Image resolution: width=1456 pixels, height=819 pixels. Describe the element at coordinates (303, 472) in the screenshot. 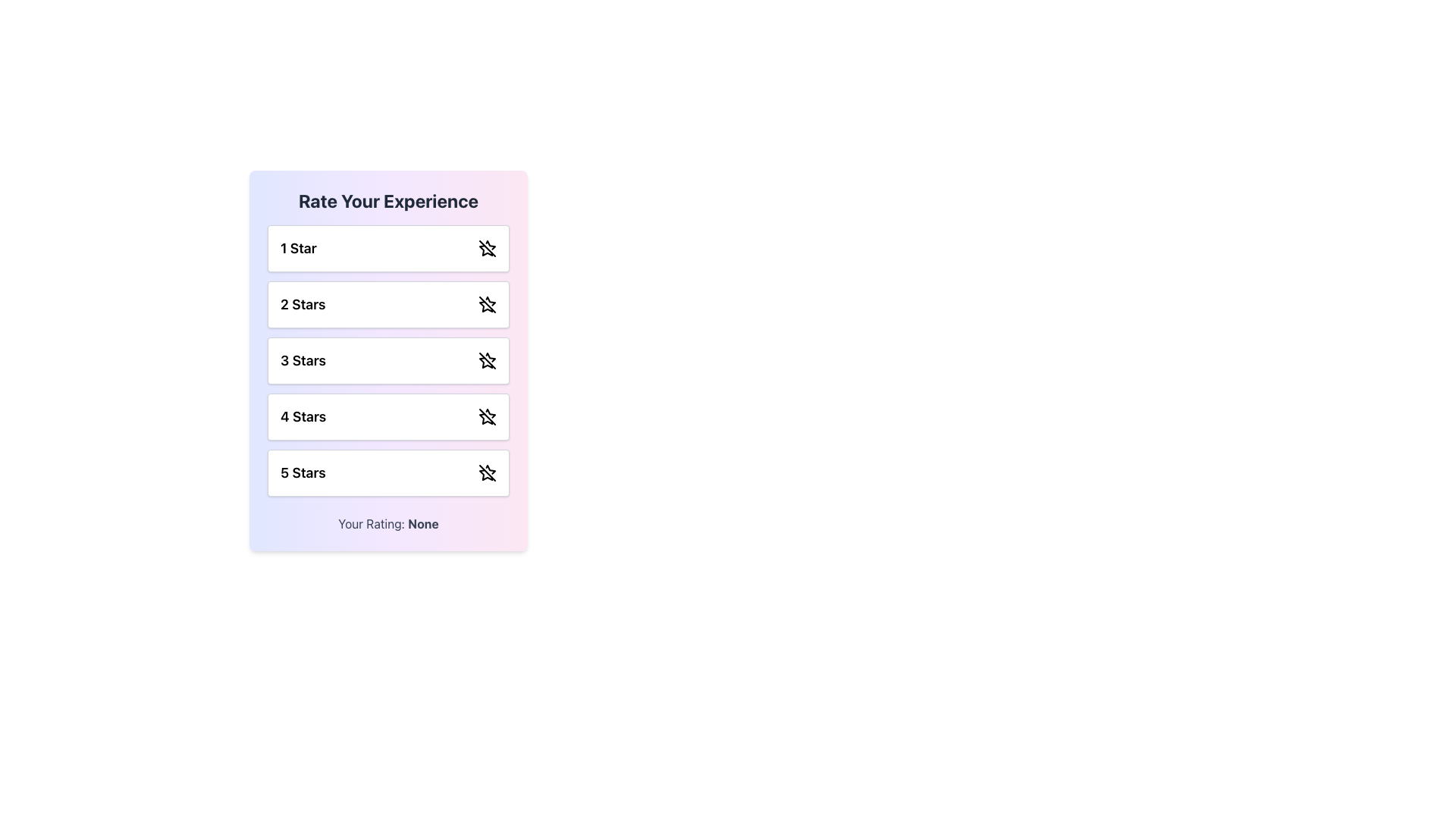

I see `the '5 Stars' text label, which is the fifth item in a vertical list of rating options, contained within a white rectangular box with rounded corners` at that location.